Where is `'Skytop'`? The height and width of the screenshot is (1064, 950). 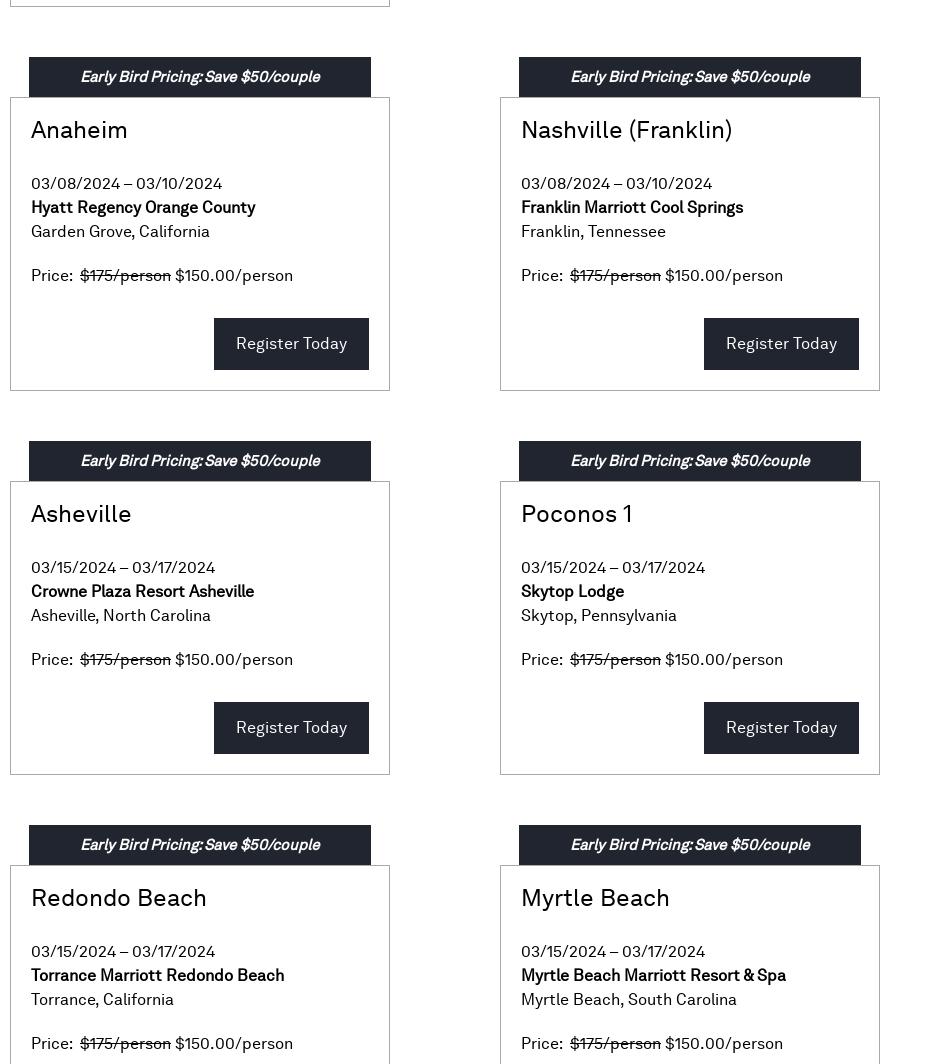
'Skytop' is located at coordinates (547, 615).